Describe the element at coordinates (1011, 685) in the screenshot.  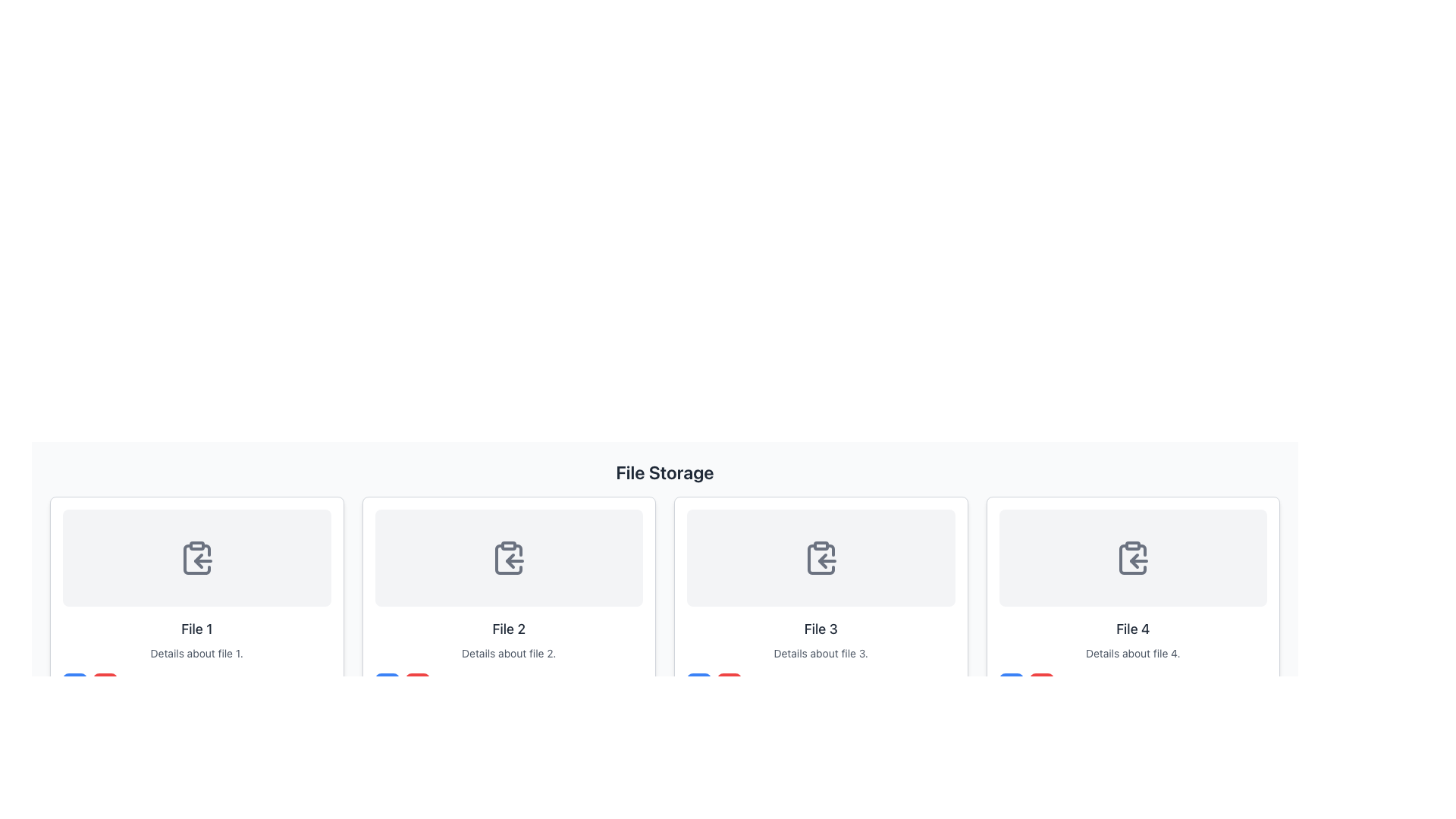
I see `the leftmost button located at the bottom of the 'File 4' card` at that location.